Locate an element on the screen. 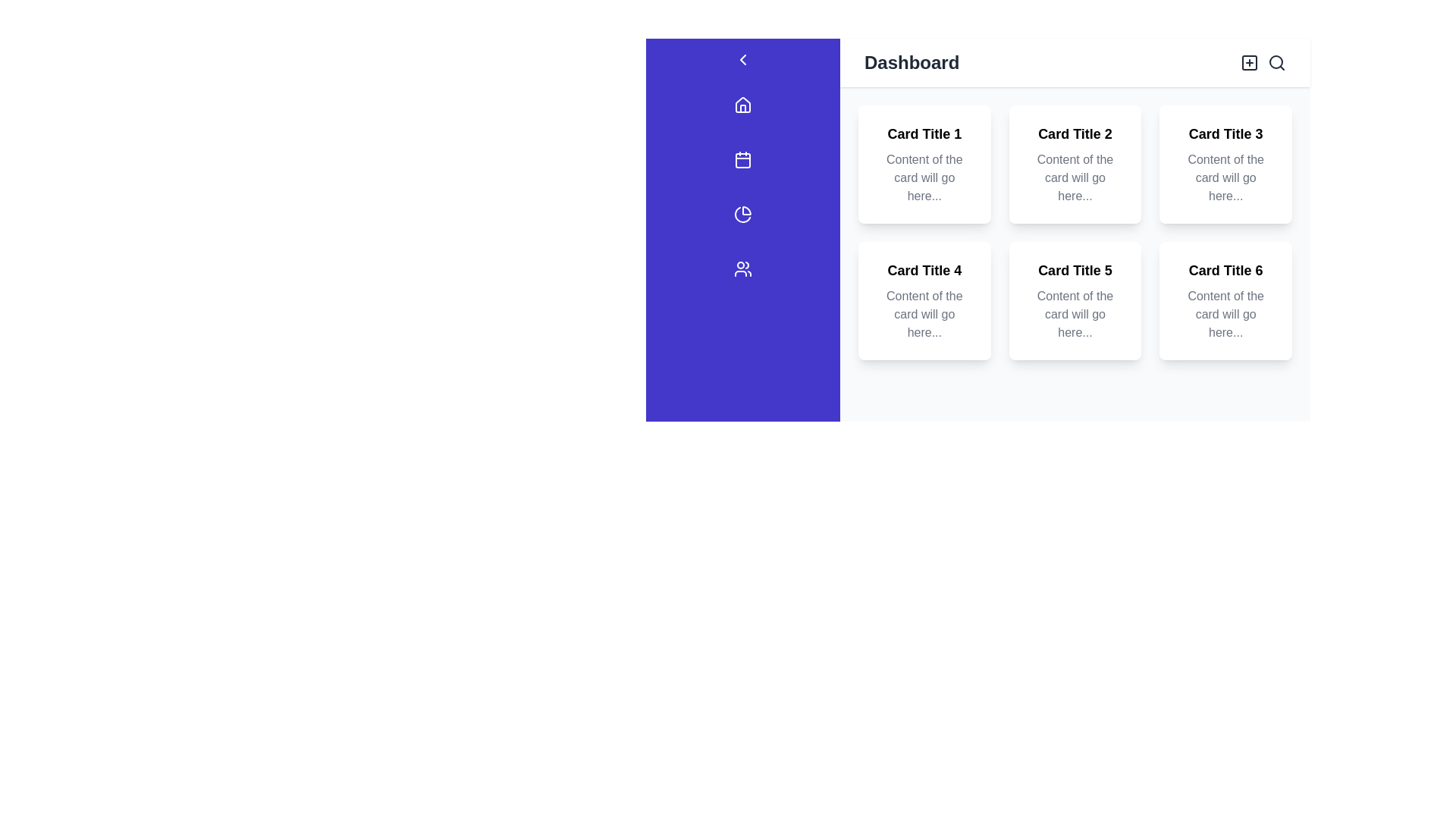 The width and height of the screenshot is (1456, 819). the second icon is located at coordinates (742, 160).